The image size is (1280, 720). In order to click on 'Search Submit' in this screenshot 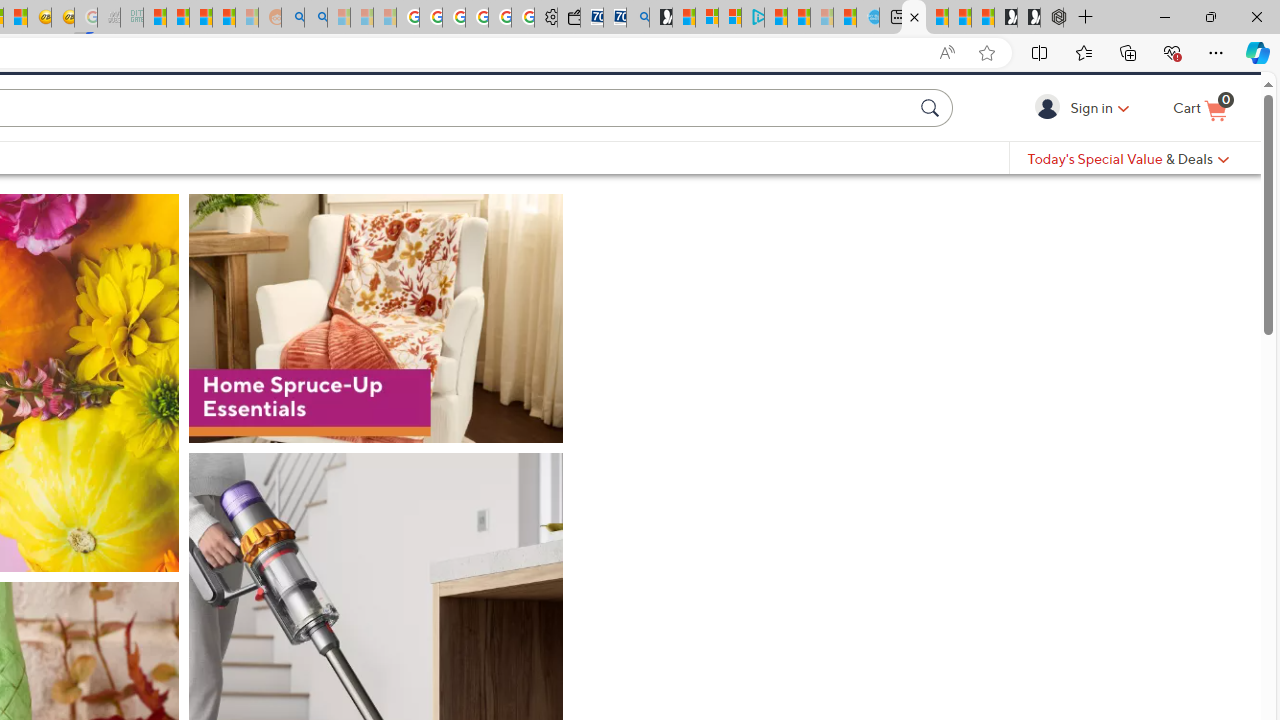, I will do `click(932, 140)`.